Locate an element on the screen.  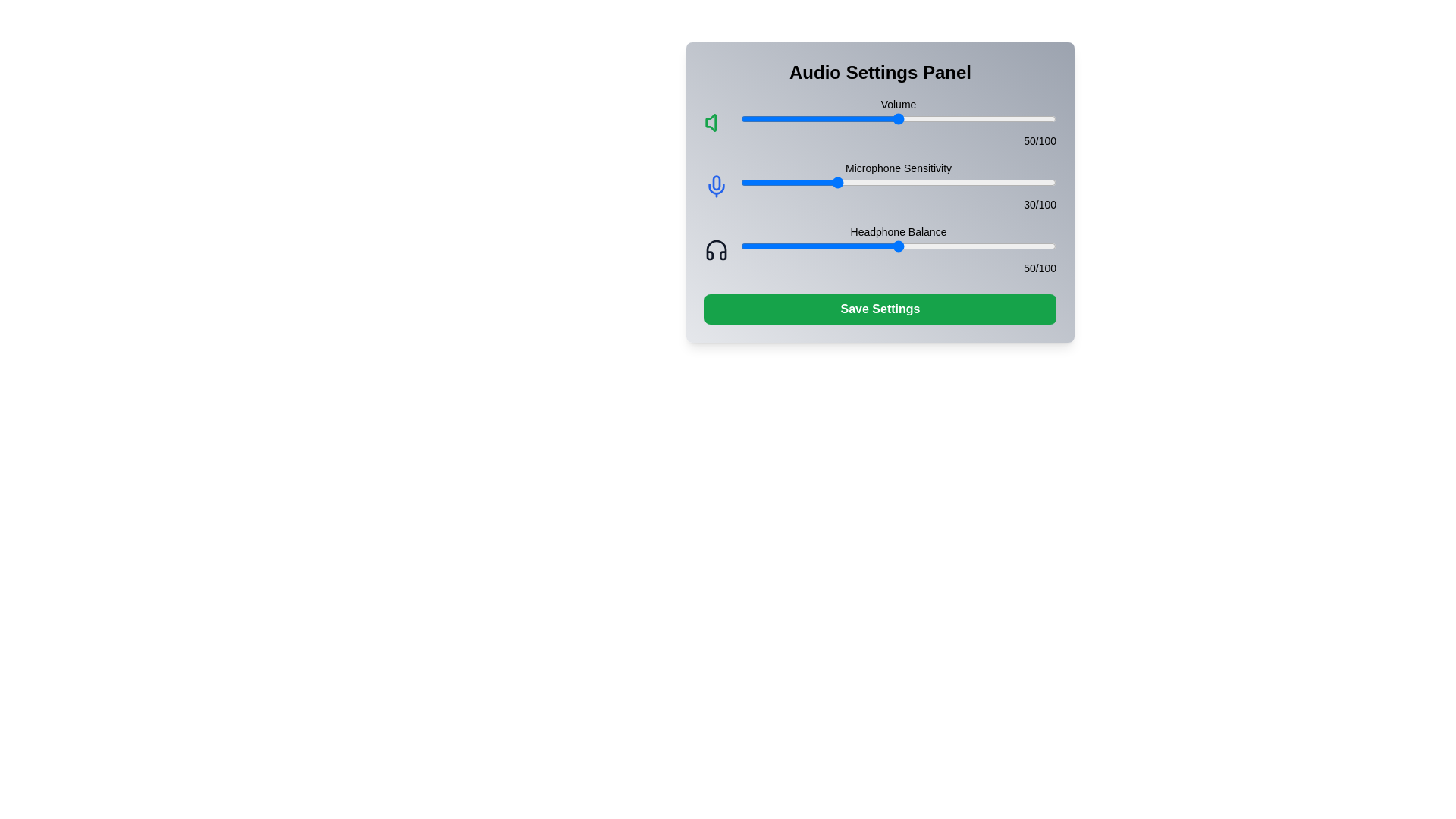
the volume slider is located at coordinates (948, 118).